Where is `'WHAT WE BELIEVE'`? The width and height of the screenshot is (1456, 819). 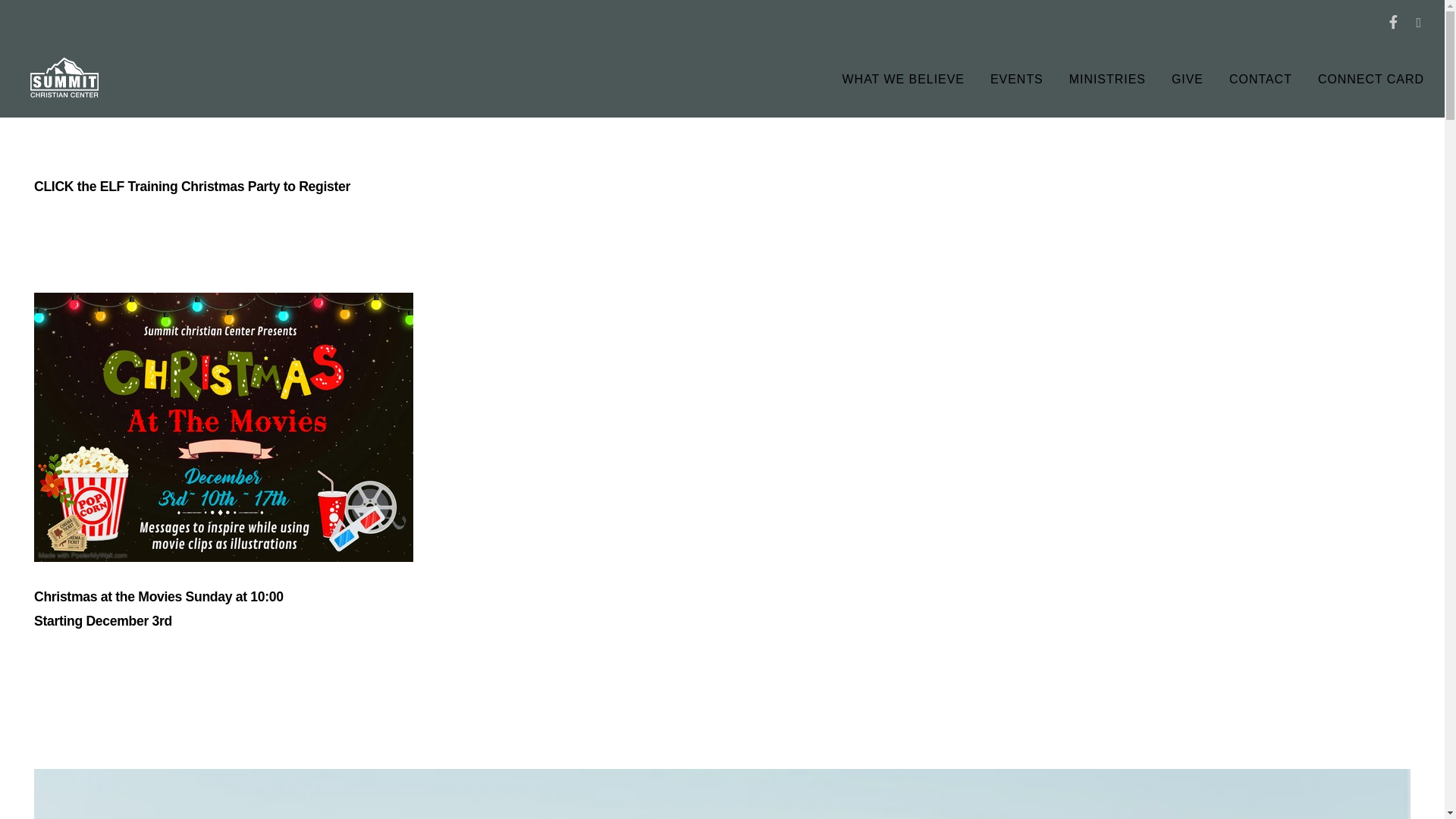
'WHAT WE BELIEVE' is located at coordinates (903, 79).